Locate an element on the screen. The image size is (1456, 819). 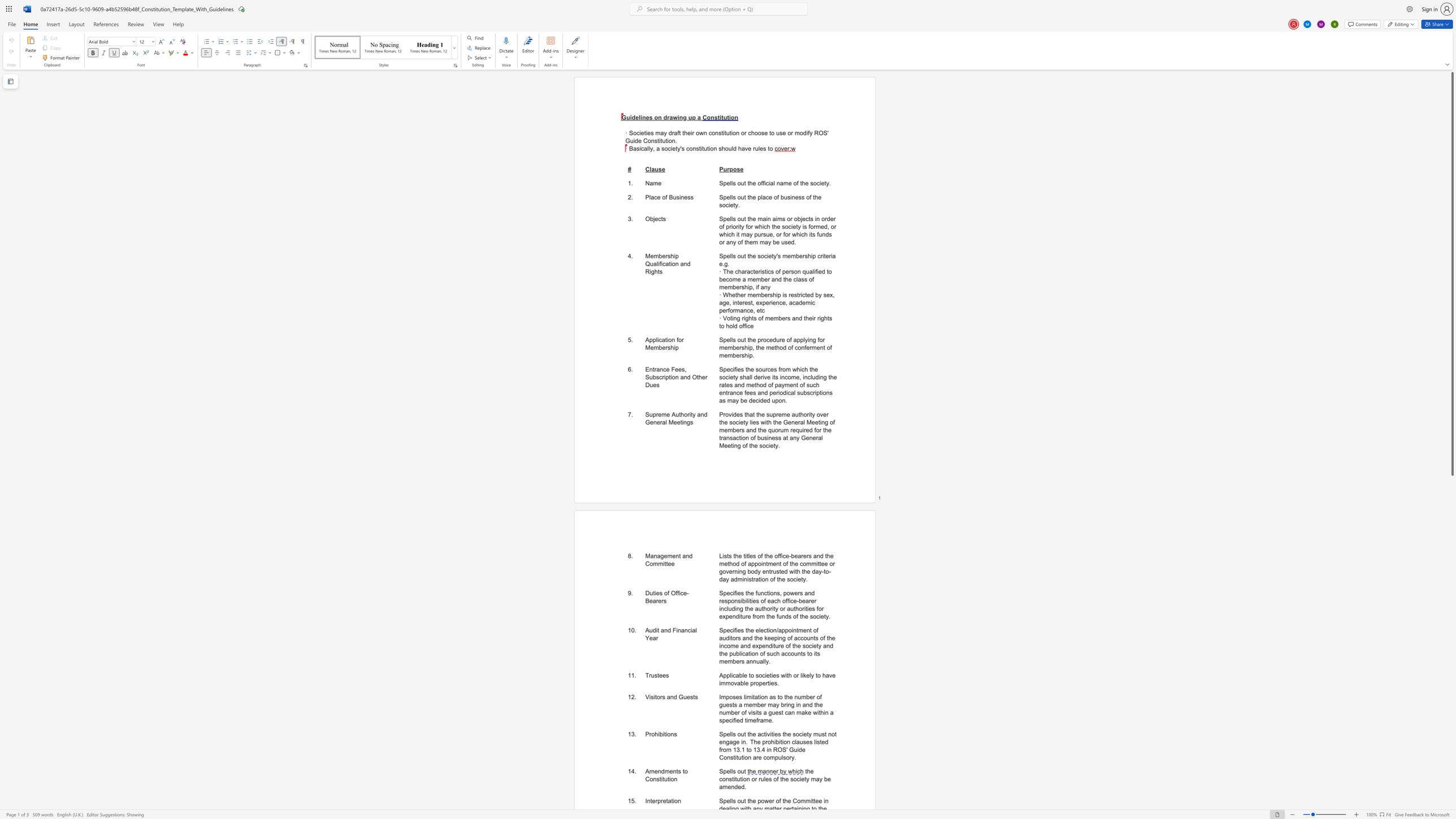
the subset text "ro" within the text "Prohibitions" is located at coordinates (649, 734).